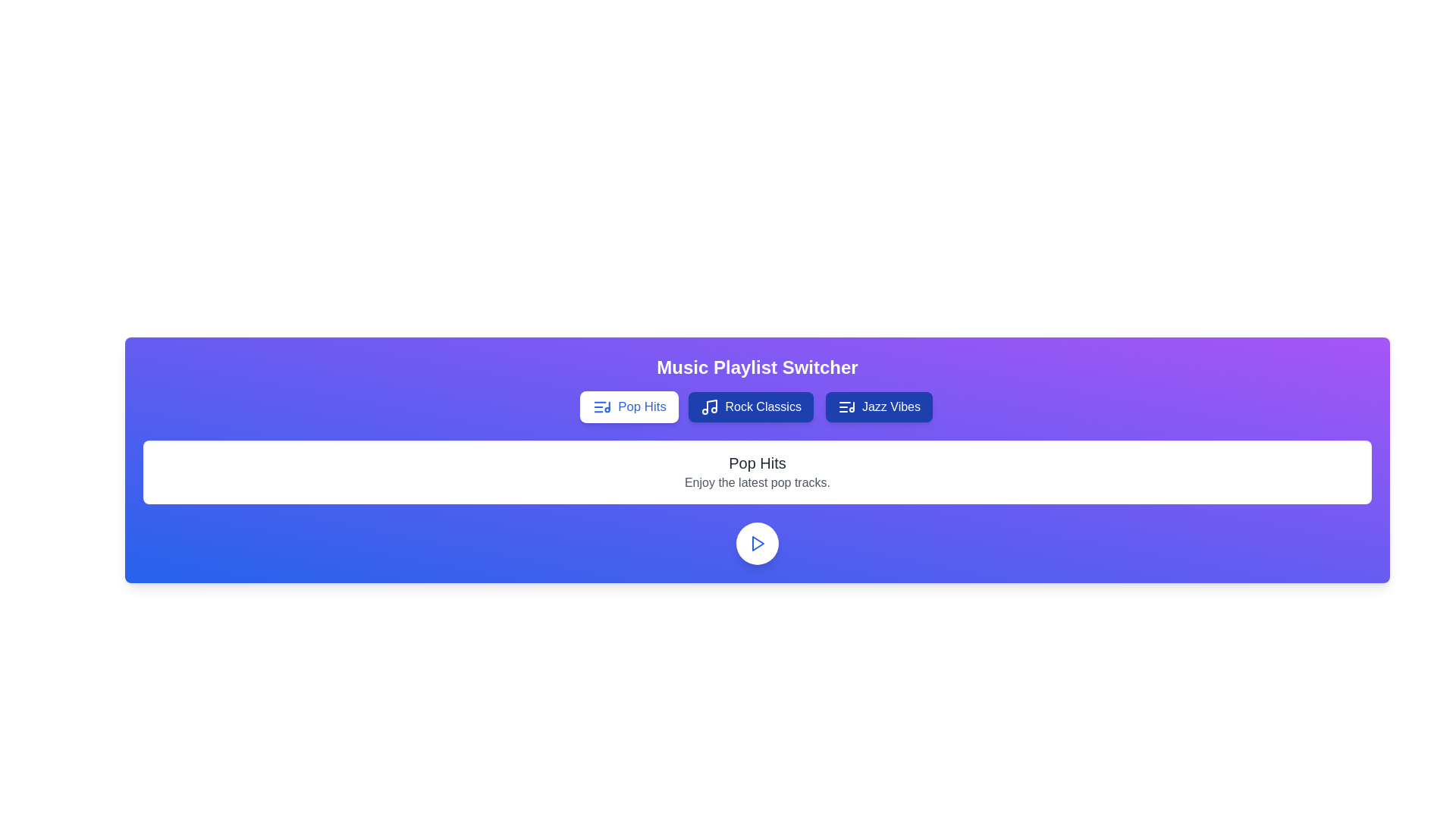 This screenshot has width=1456, height=819. Describe the element at coordinates (629, 406) in the screenshot. I see `the 'Pop Hits' music playlist selection button for navigation` at that location.